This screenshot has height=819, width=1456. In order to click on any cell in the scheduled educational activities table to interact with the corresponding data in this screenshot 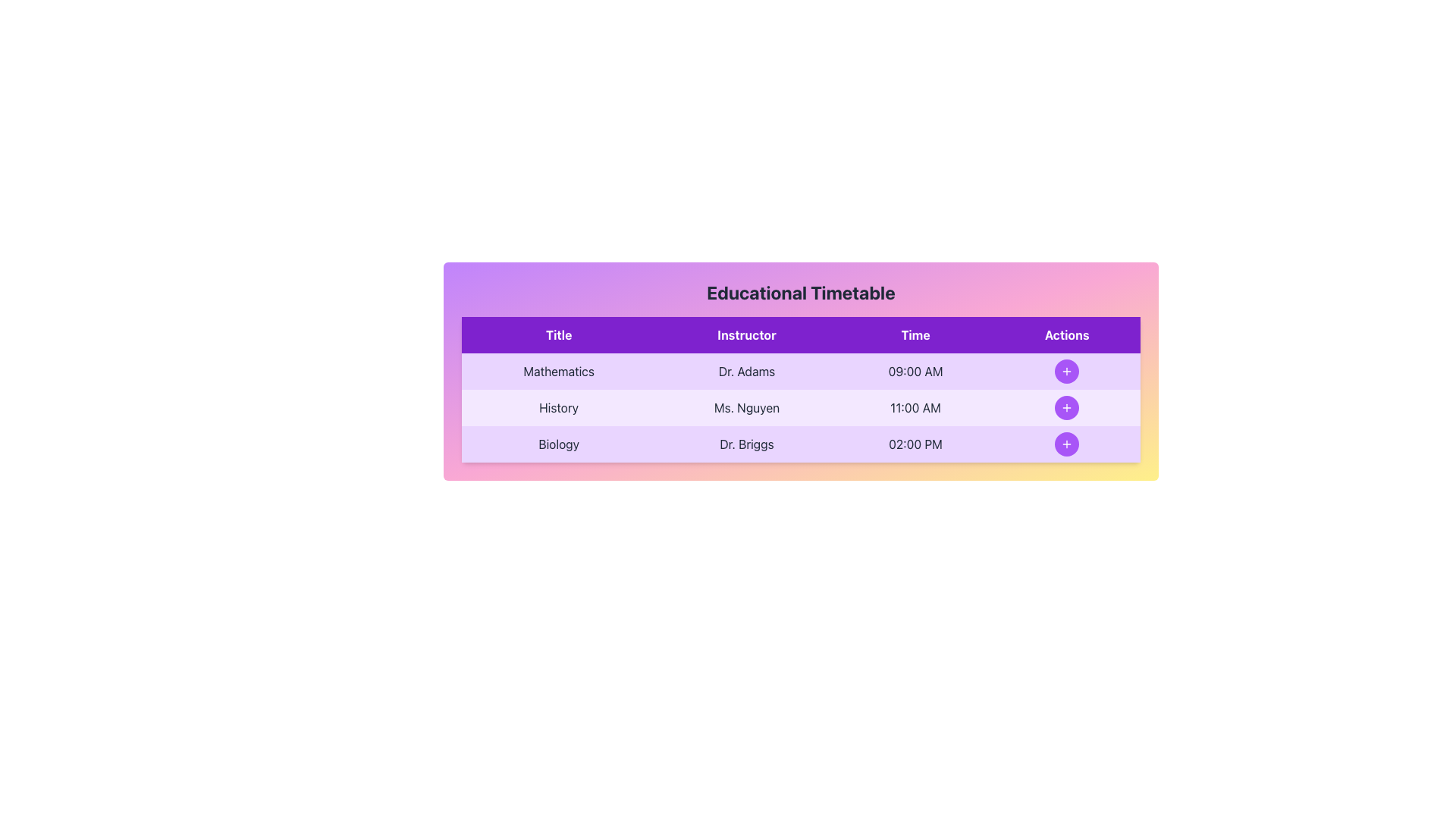, I will do `click(800, 371)`.